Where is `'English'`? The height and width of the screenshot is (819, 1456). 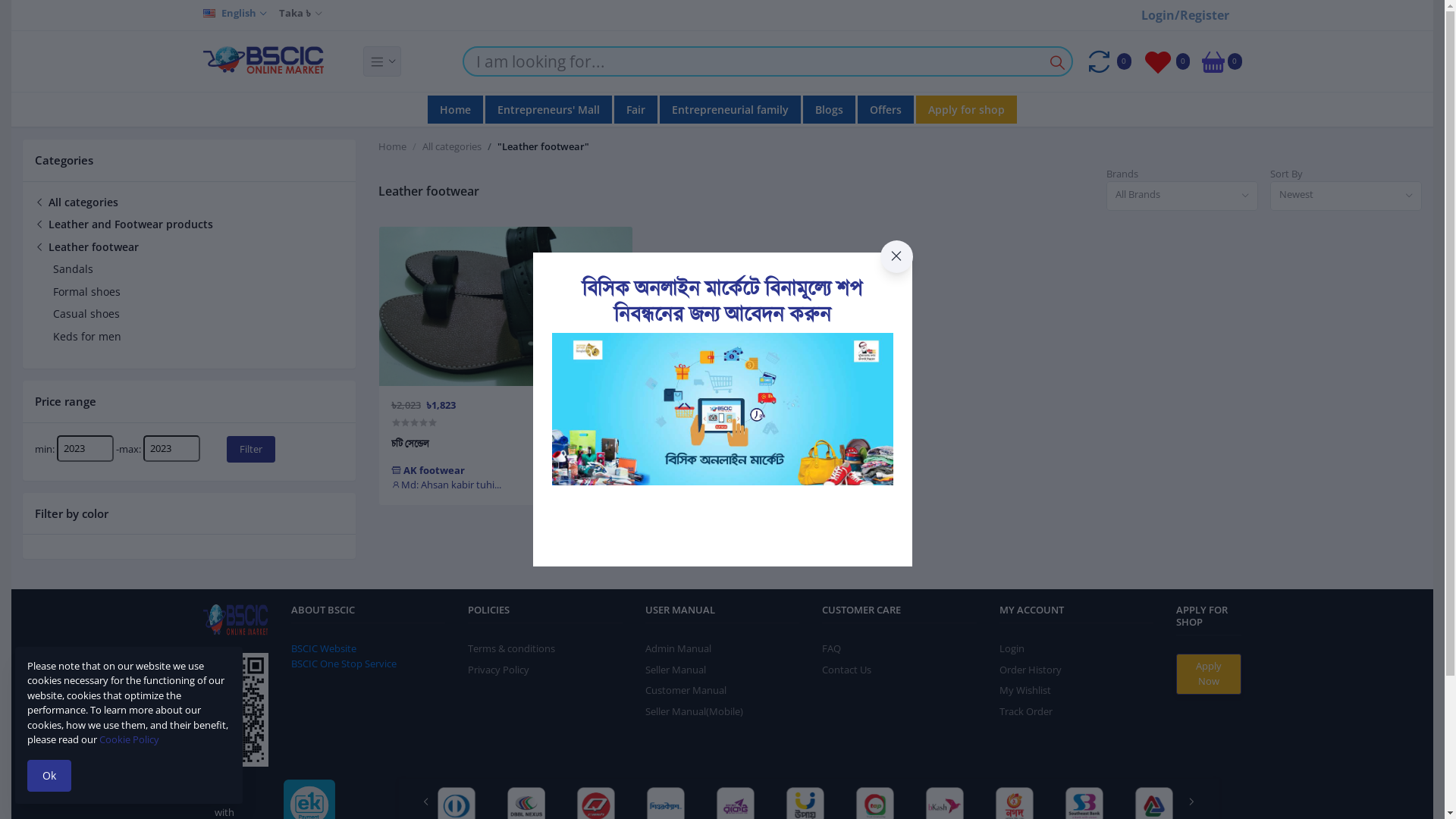
'English' is located at coordinates (234, 14).